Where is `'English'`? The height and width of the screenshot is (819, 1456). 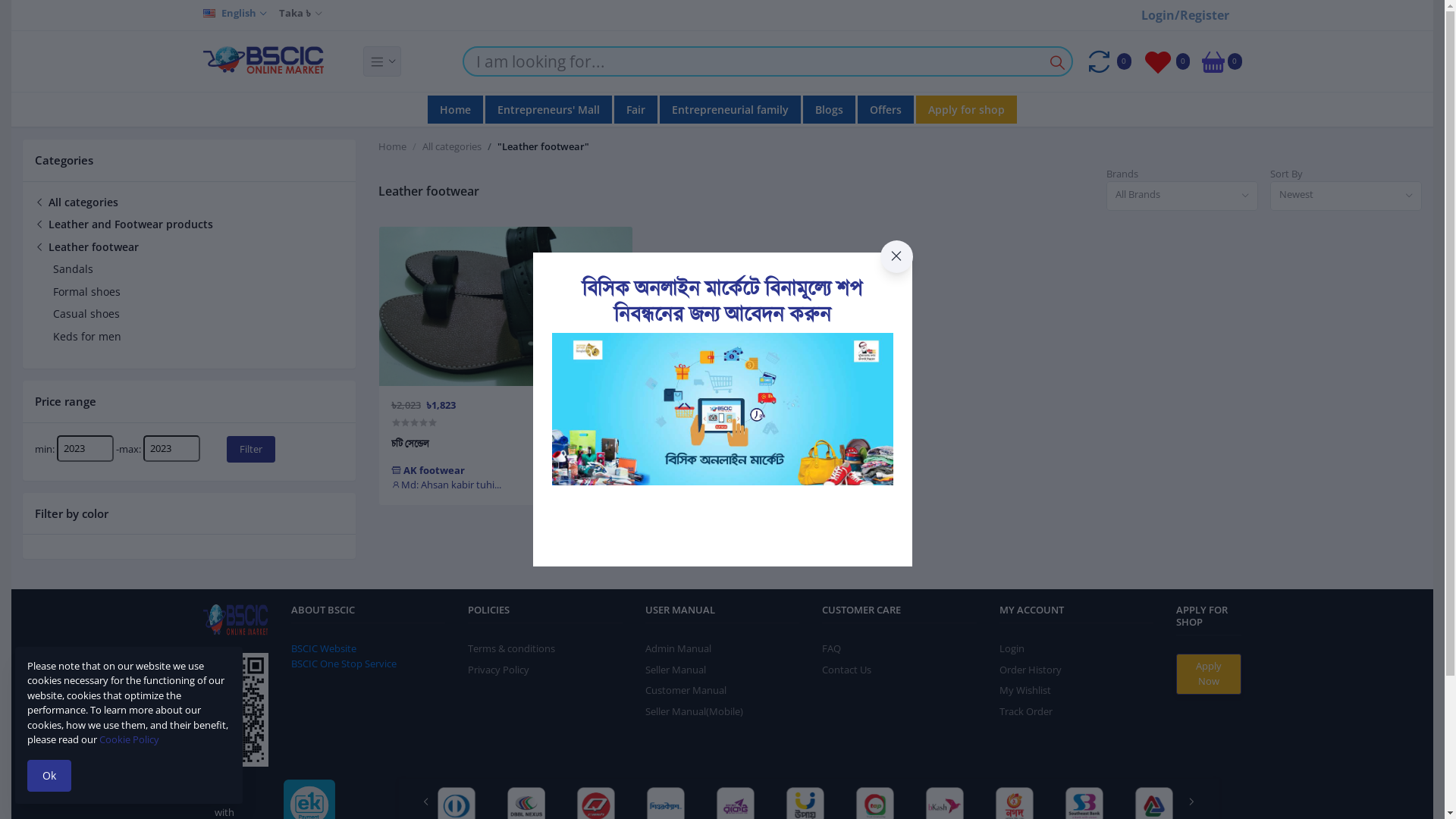
'English' is located at coordinates (234, 14).